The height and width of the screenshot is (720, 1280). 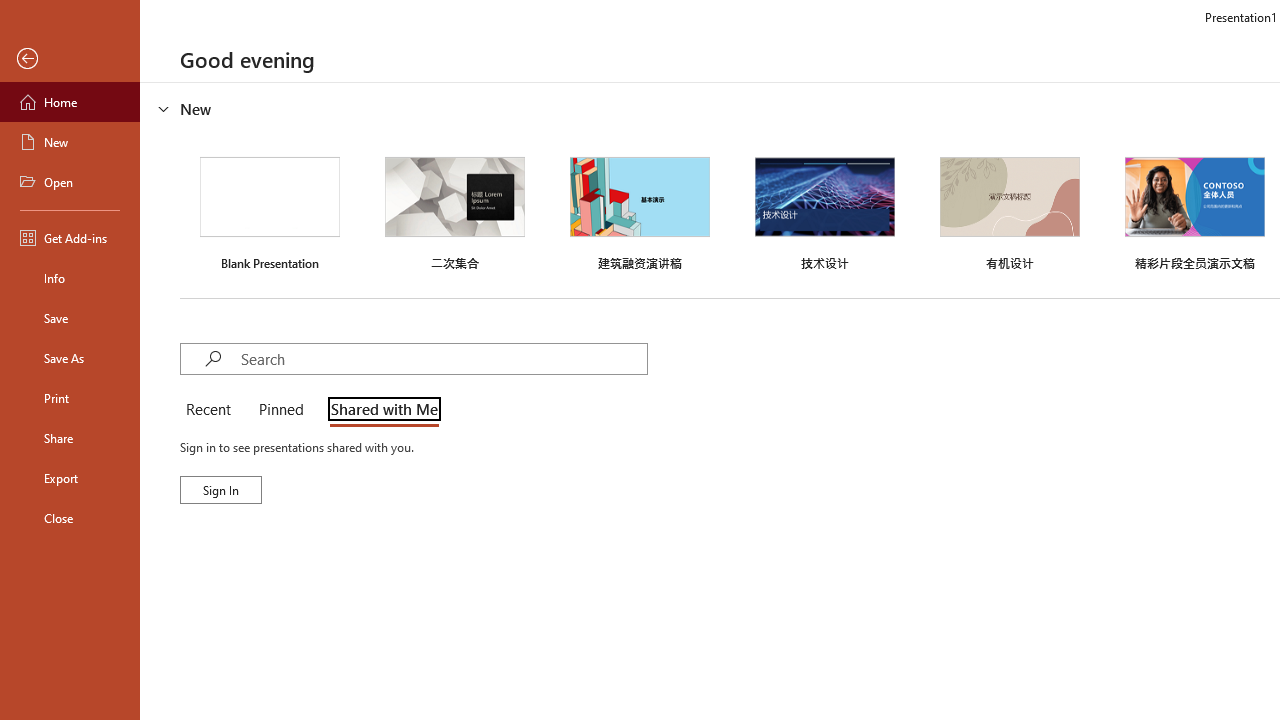 What do you see at coordinates (212, 410) in the screenshot?
I see `'Recent'` at bounding box center [212, 410].